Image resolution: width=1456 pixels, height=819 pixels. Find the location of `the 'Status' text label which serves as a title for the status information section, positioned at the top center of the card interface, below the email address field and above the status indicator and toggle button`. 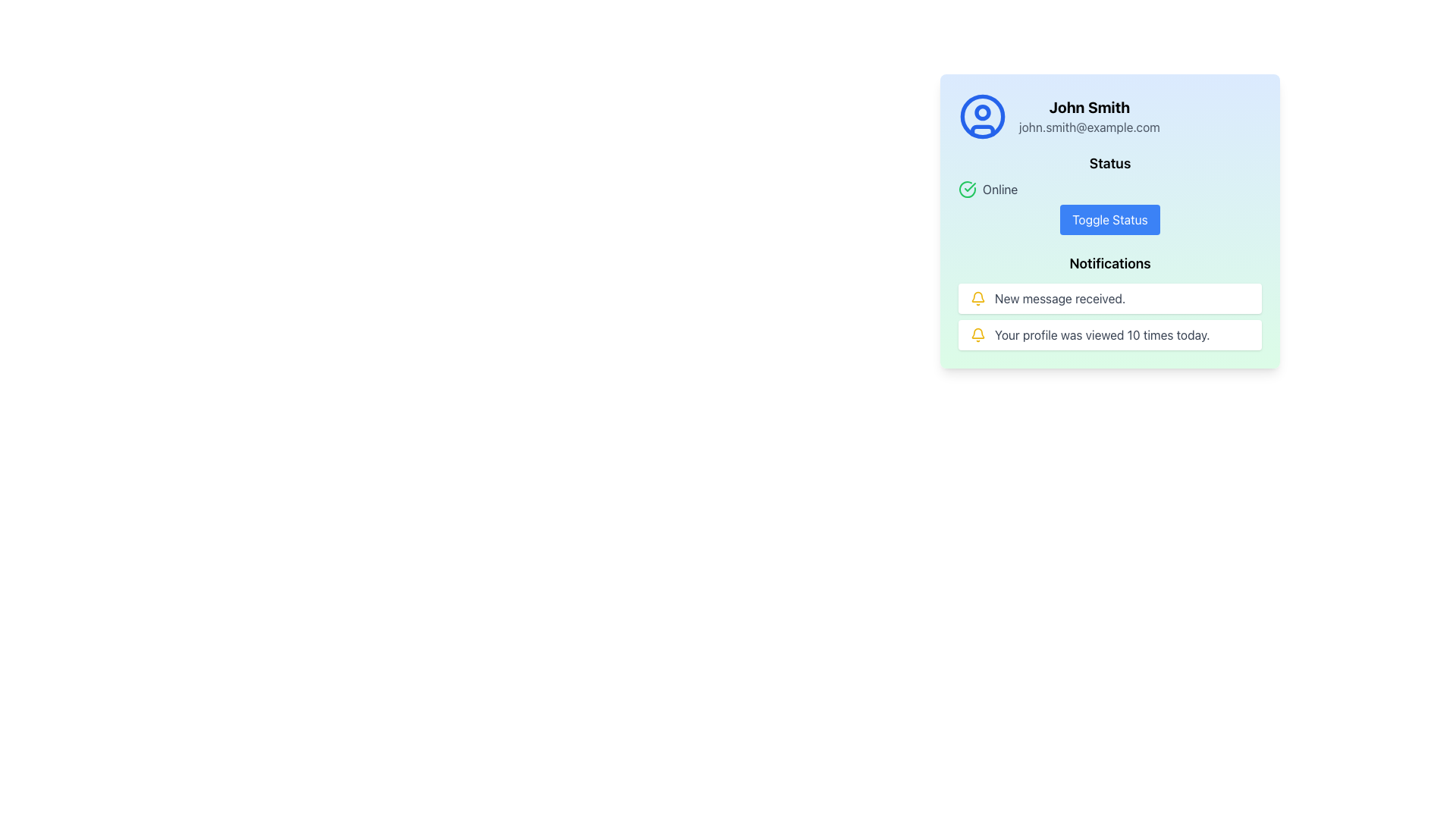

the 'Status' text label which serves as a title for the status information section, positioned at the top center of the card interface, below the email address field and above the status indicator and toggle button is located at coordinates (1110, 164).